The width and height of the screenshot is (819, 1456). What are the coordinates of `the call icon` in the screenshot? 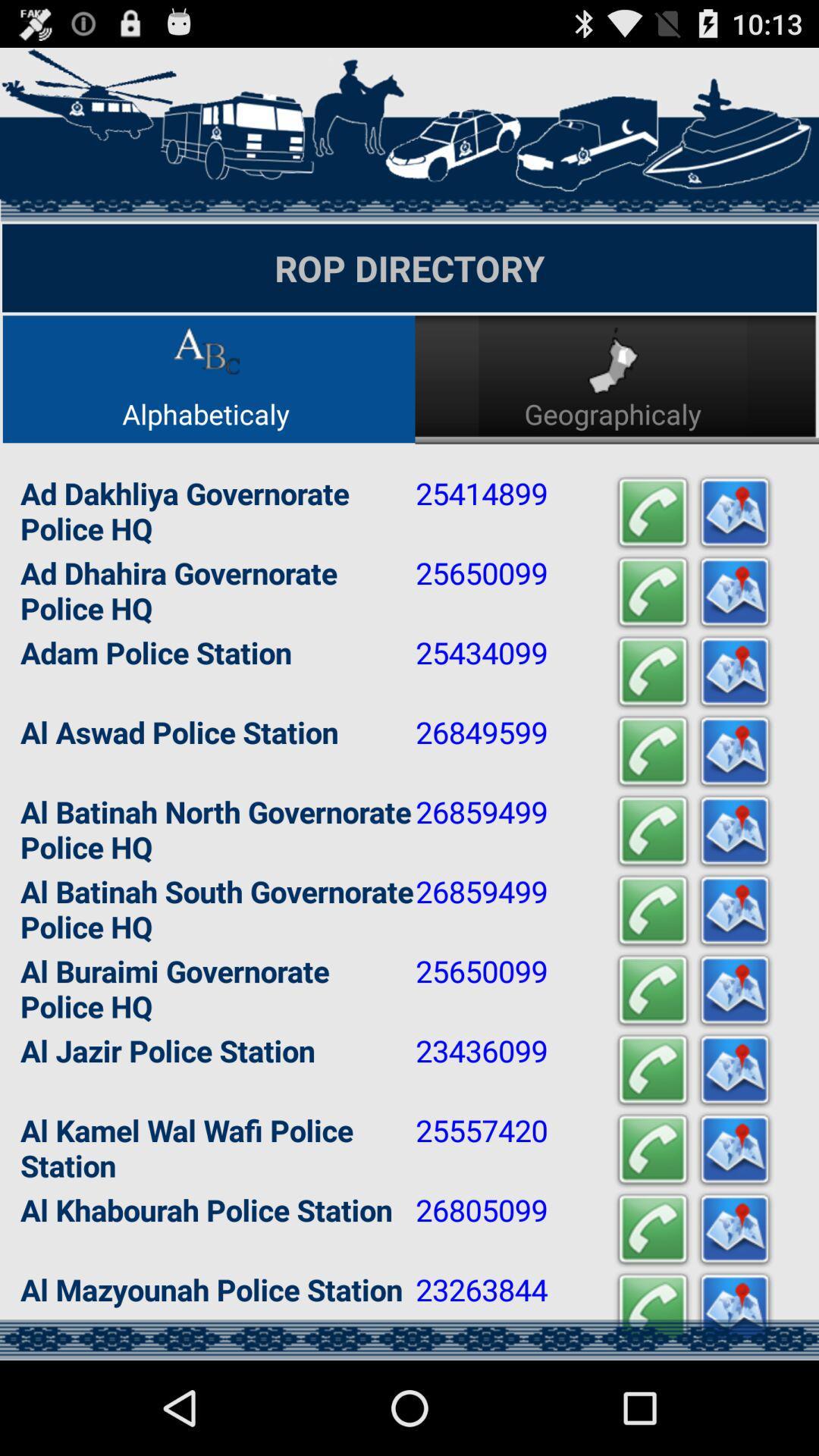 It's located at (651, 804).